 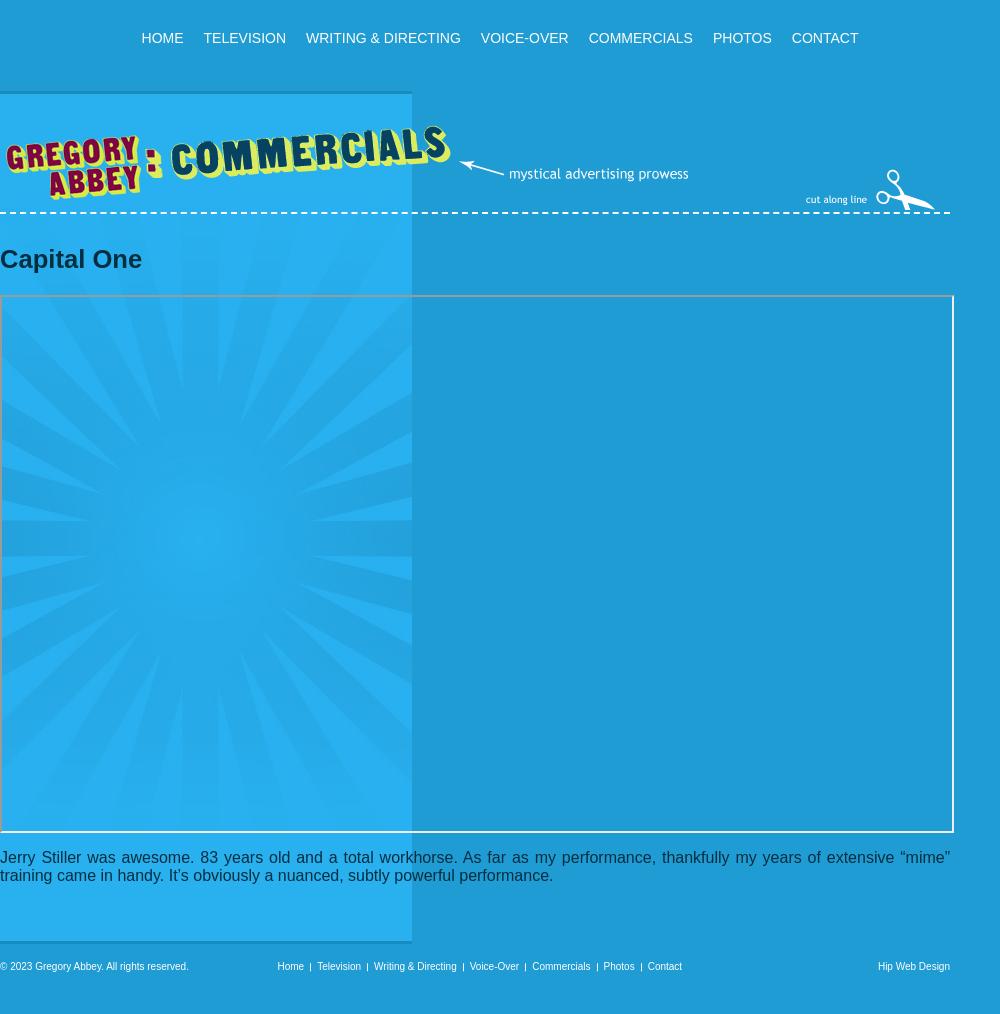 I want to click on 'Hip Web Design', so click(x=913, y=966).